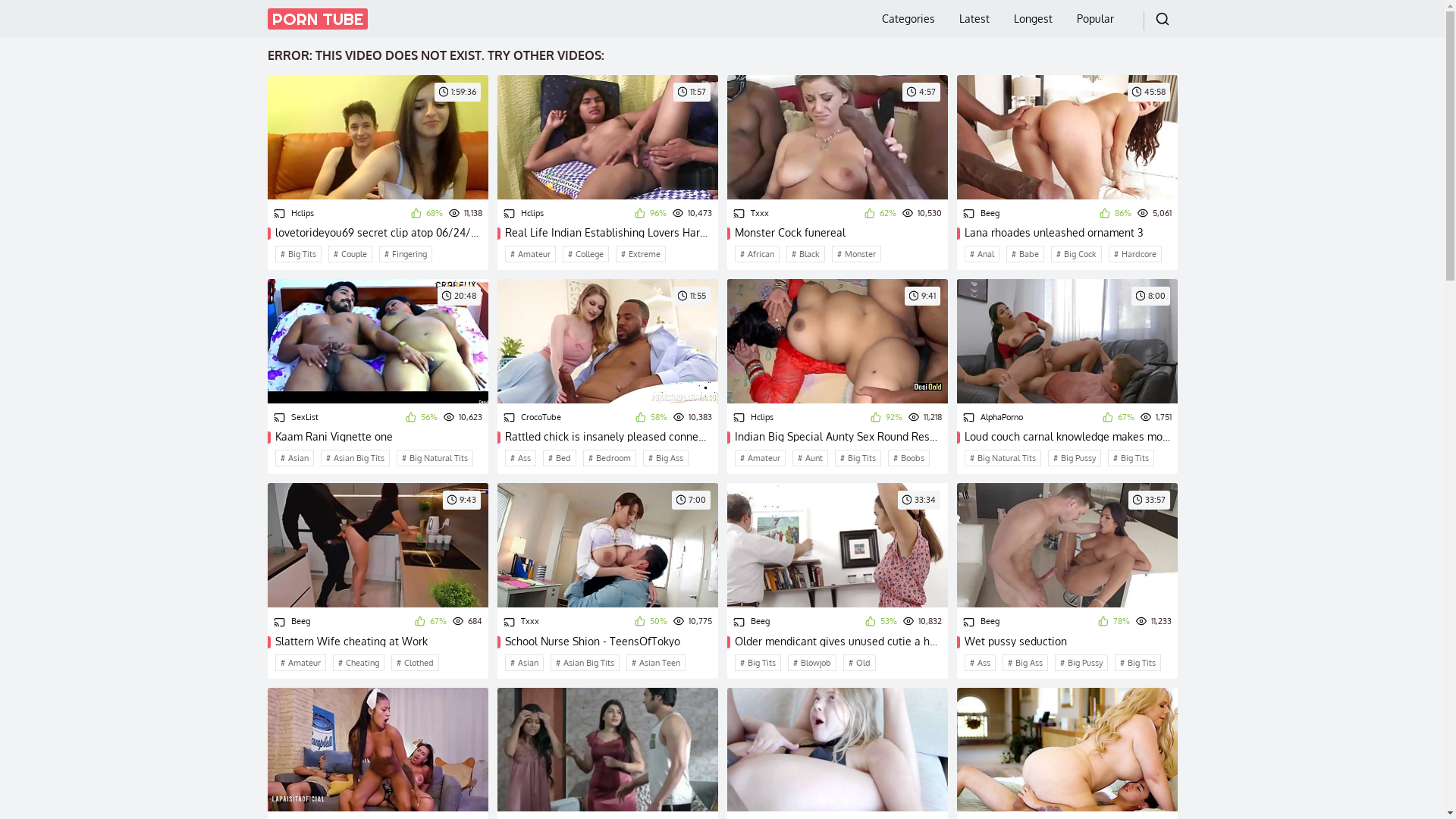 The image size is (1456, 819). What do you see at coordinates (297, 253) in the screenshot?
I see `'Big Tits'` at bounding box center [297, 253].